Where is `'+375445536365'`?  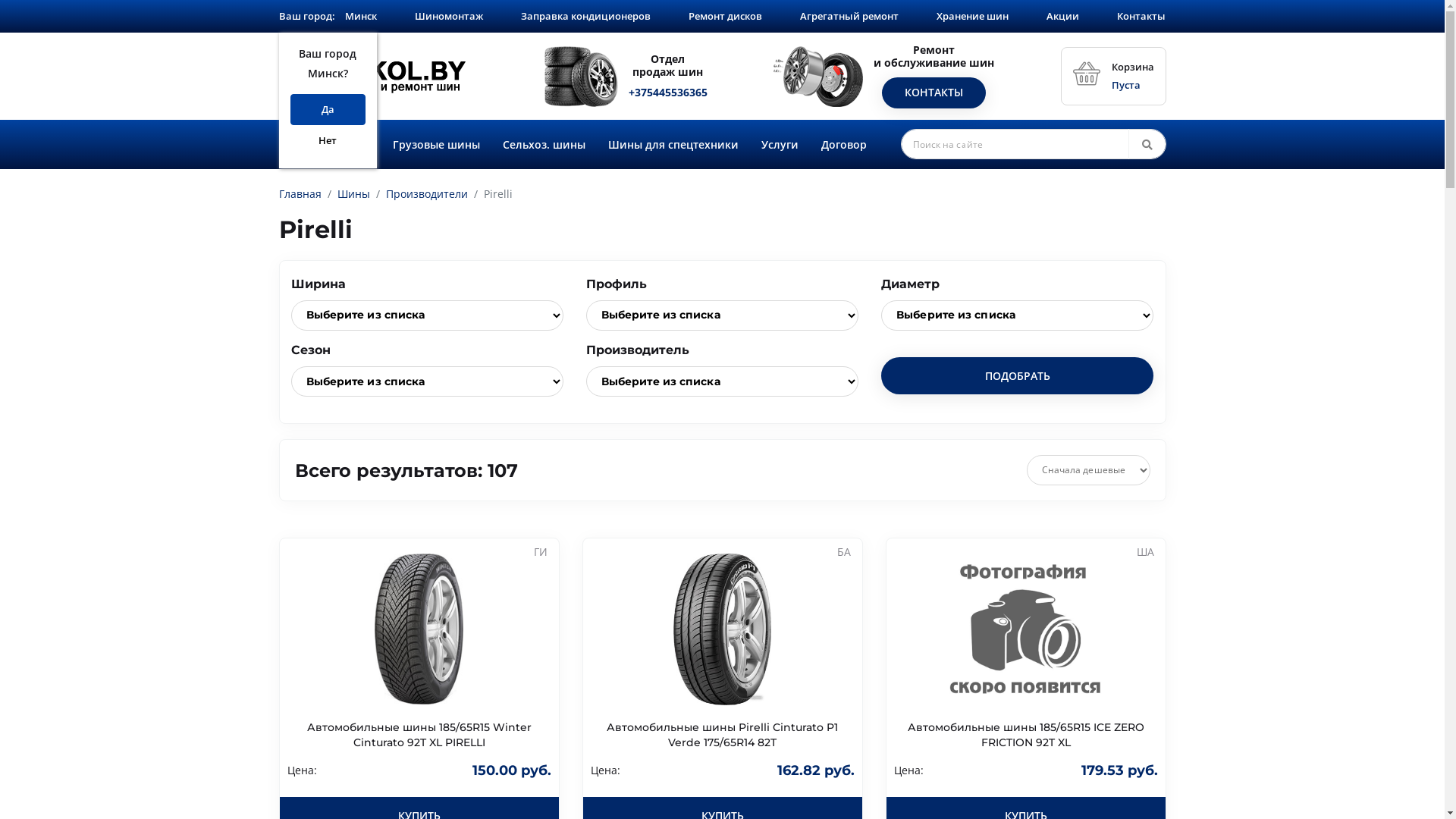
'+375445536365' is located at coordinates (667, 92).